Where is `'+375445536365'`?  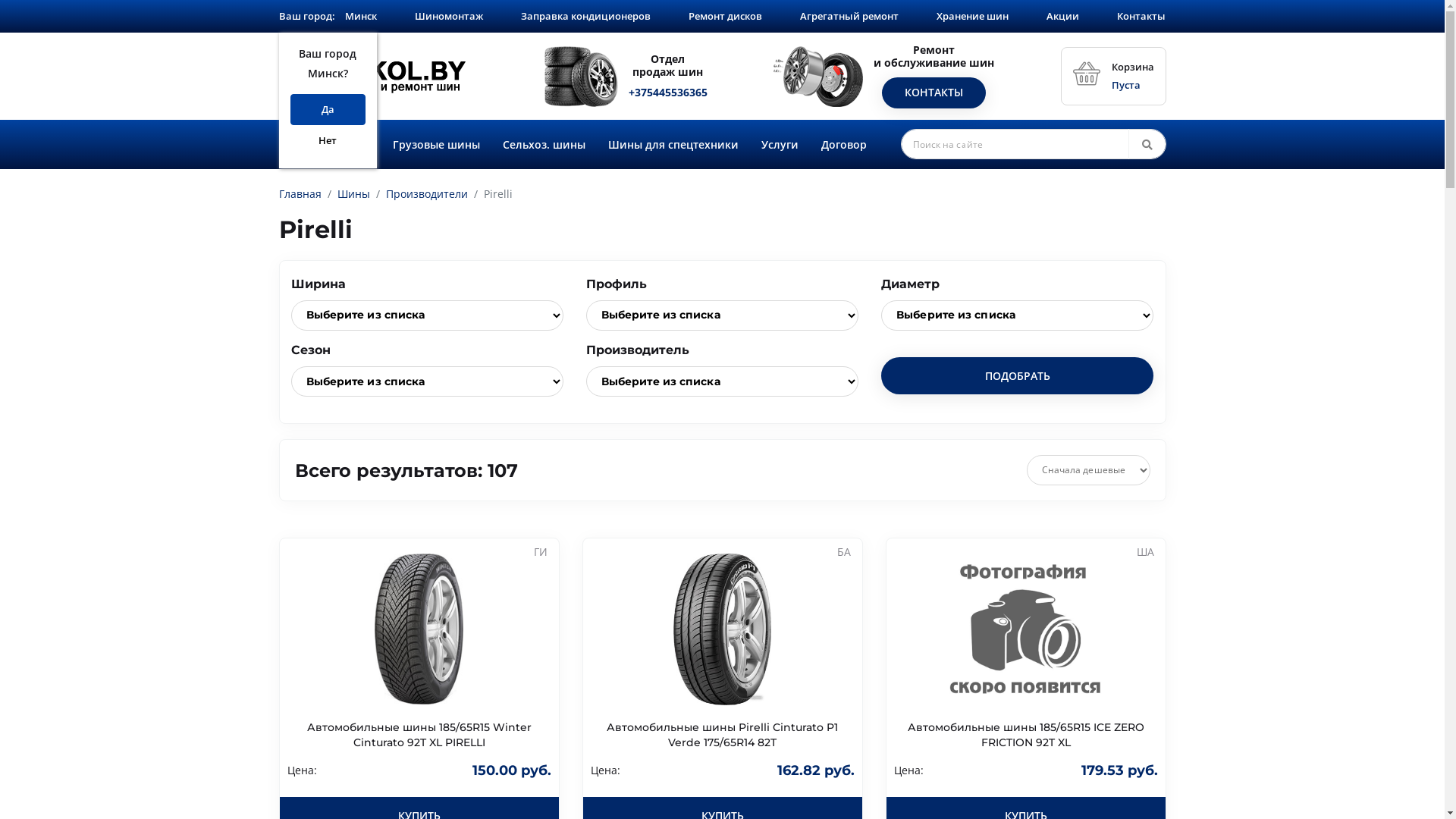
'+375445536365' is located at coordinates (667, 92).